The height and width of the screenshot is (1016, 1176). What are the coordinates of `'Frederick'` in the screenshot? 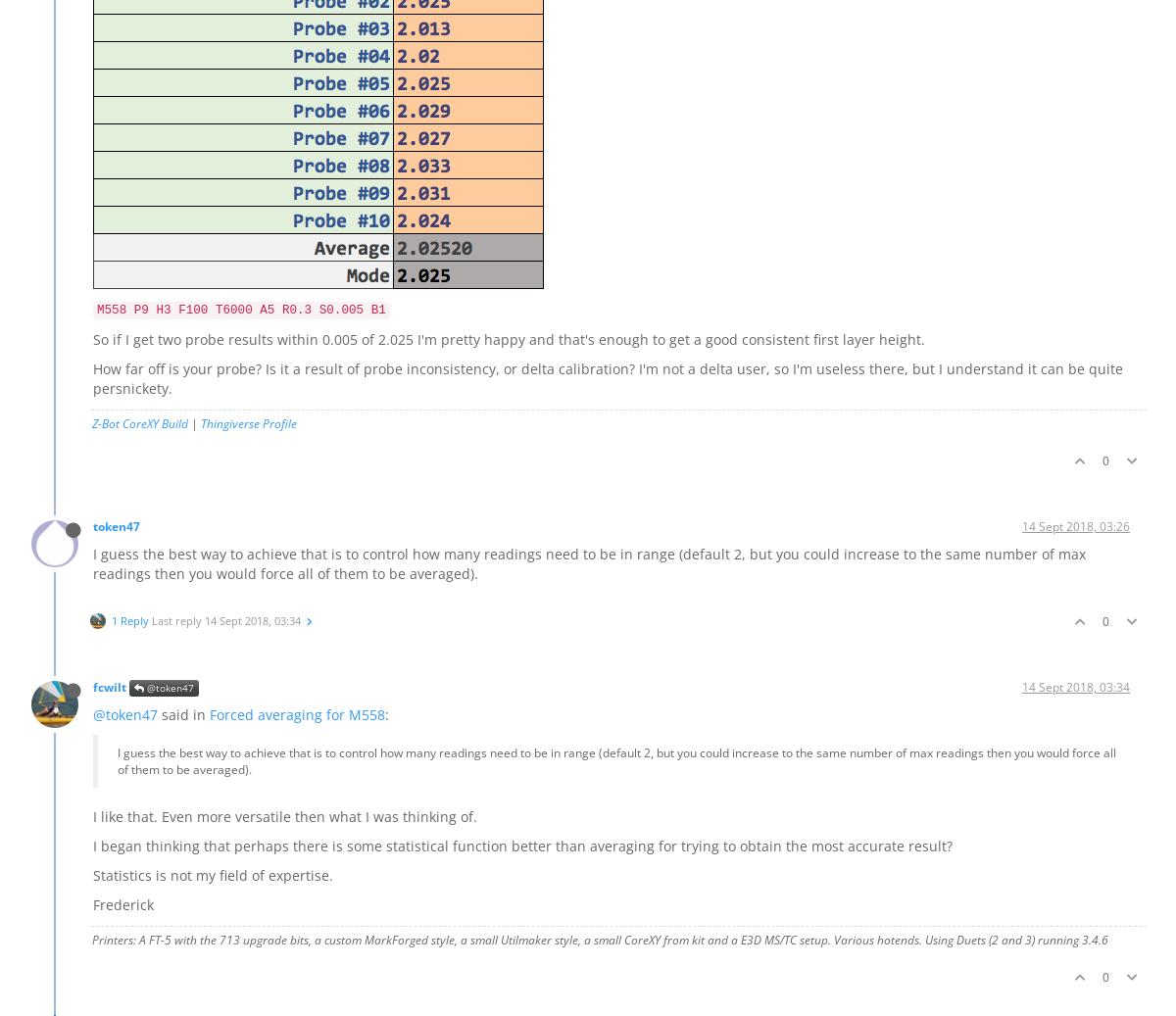 It's located at (123, 904).